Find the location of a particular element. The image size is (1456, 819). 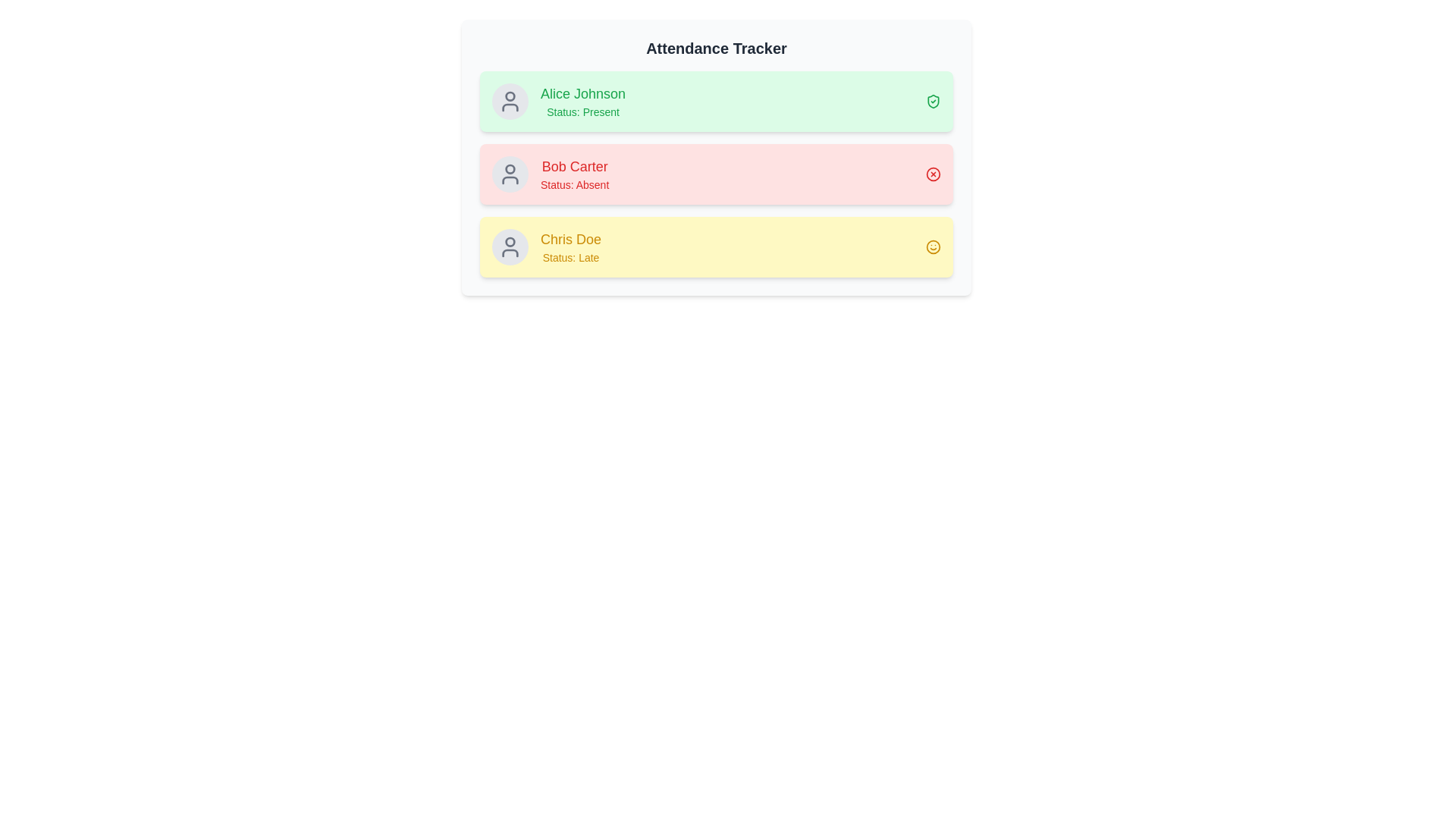

the vector graphic circle representing the user icon for Chris Doe, which is positioned at the top of the icon is located at coordinates (510, 241).